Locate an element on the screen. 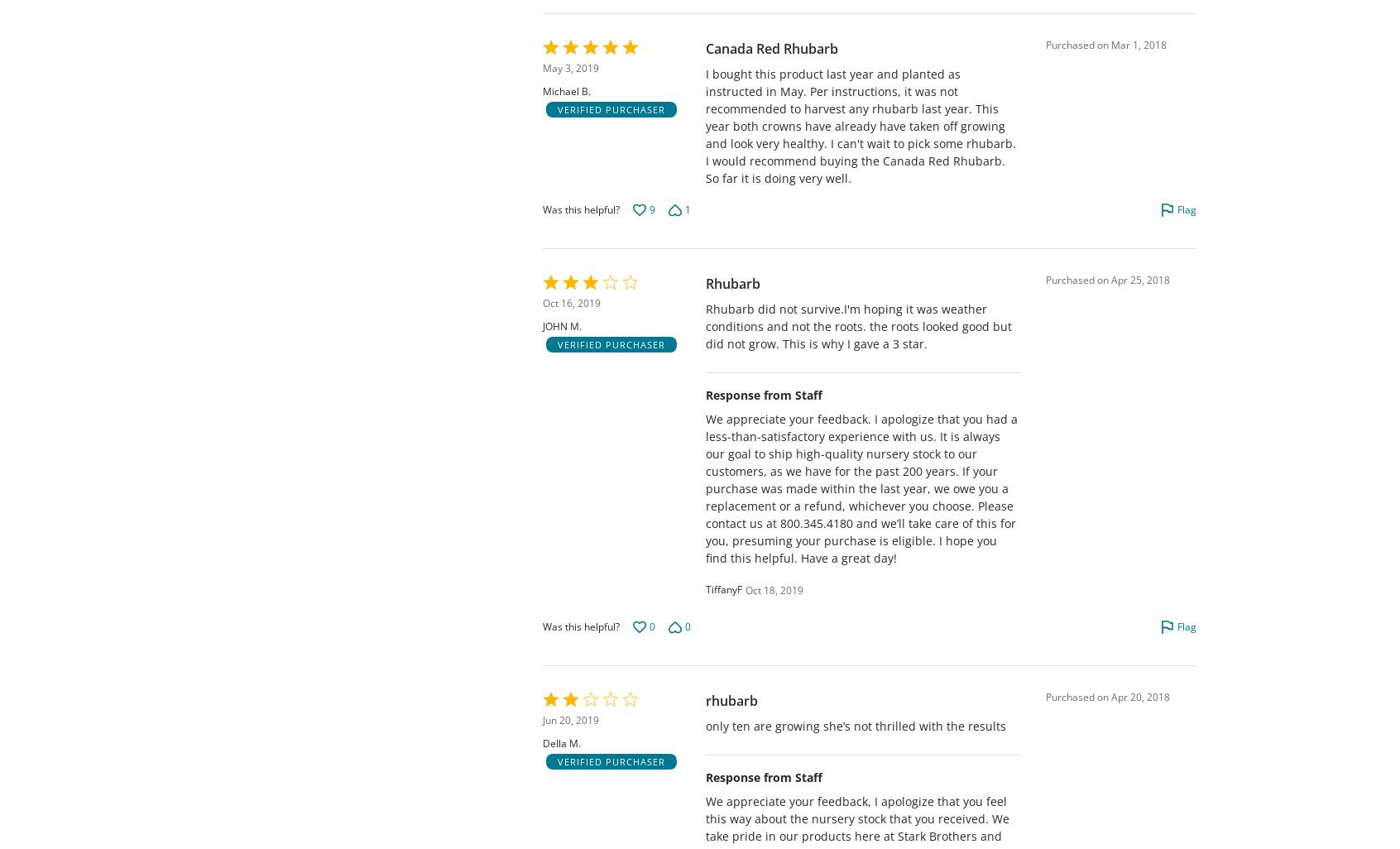 This screenshot has width=1400, height=849. 'TiffanyF' is located at coordinates (722, 588).